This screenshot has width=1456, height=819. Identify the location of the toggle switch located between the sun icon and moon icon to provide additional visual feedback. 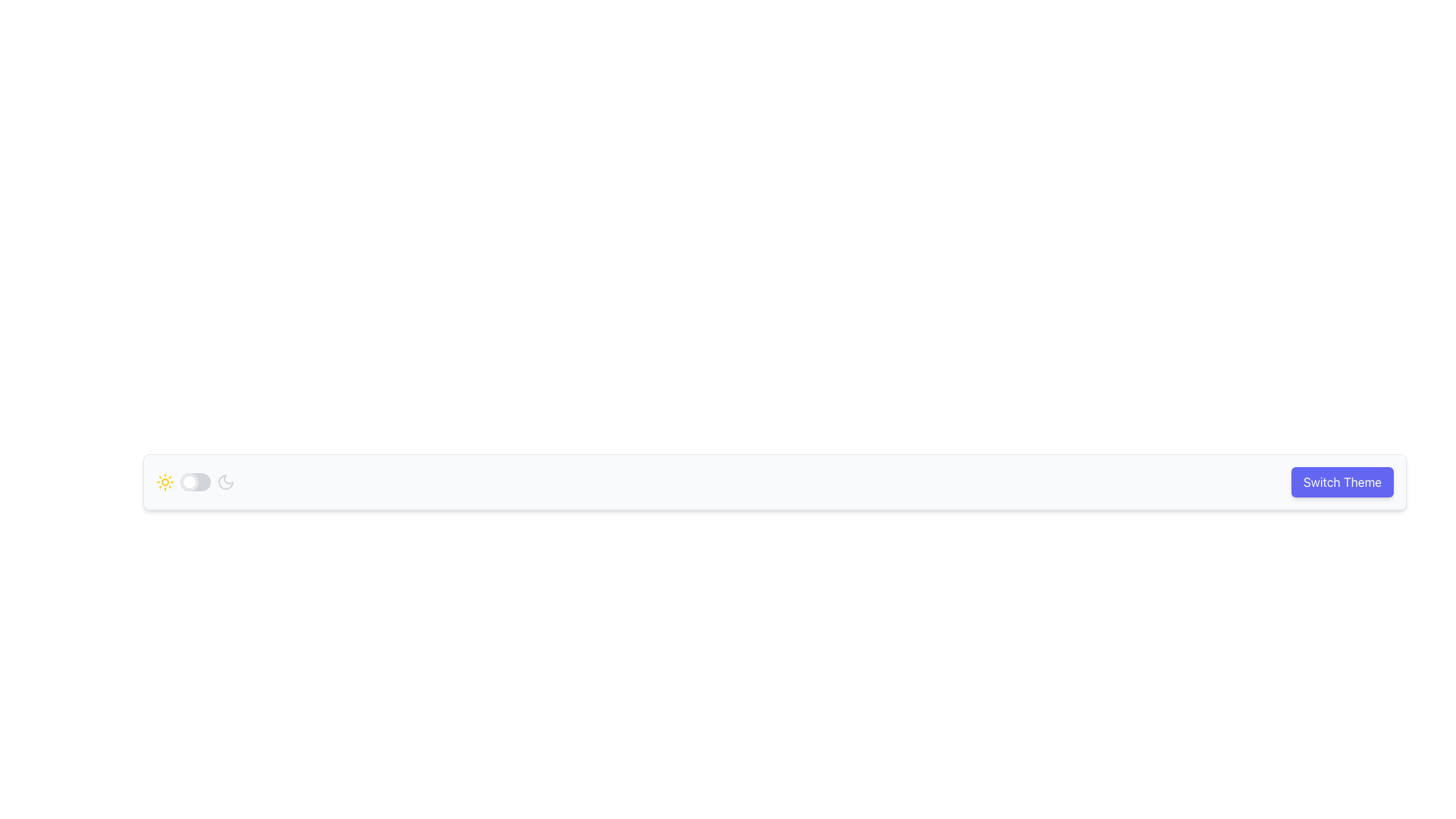
(195, 482).